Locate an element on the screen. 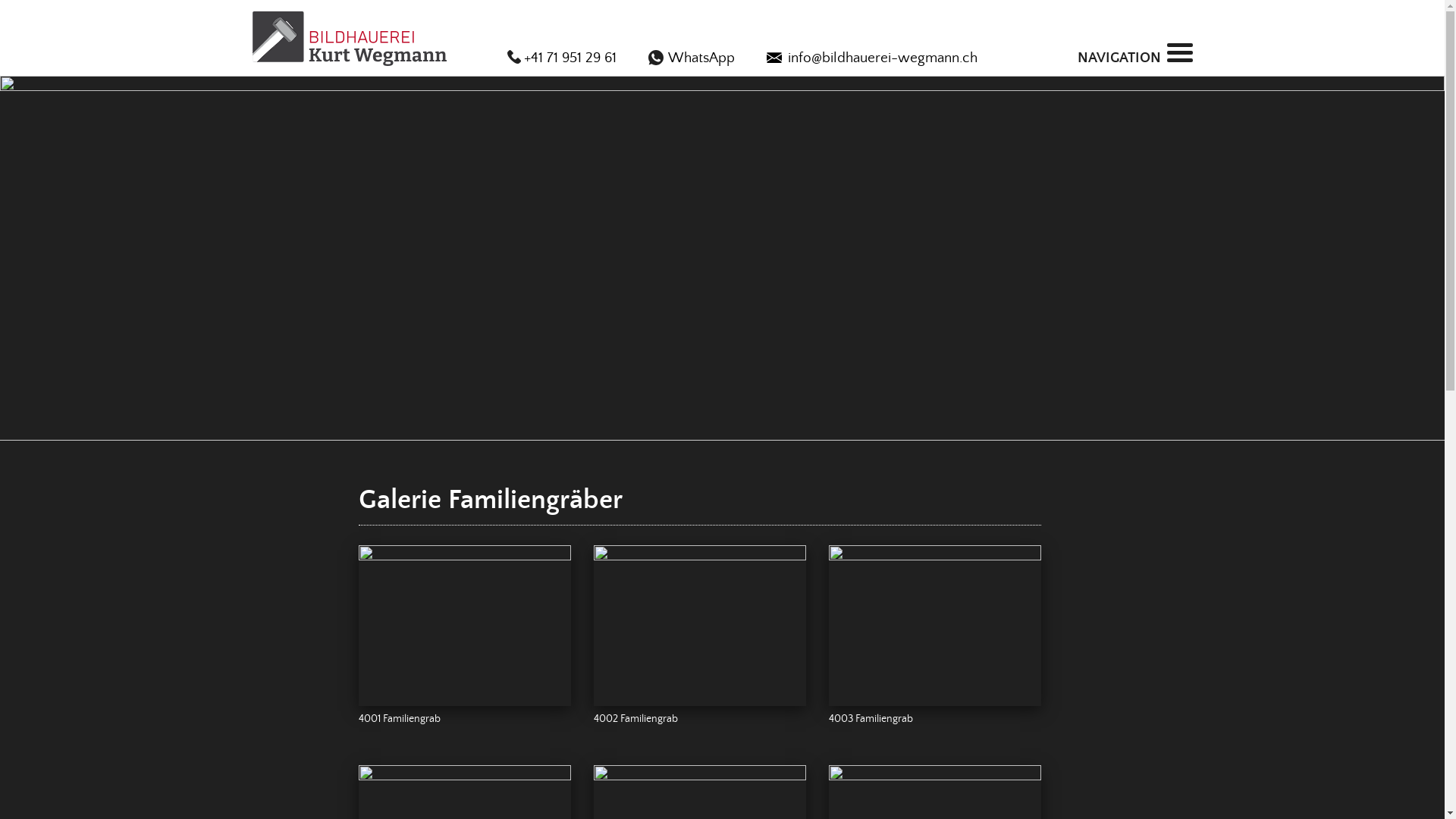 The width and height of the screenshot is (1456, 819). 'info@bildhauerei-wegmann.ch' is located at coordinates (871, 58).